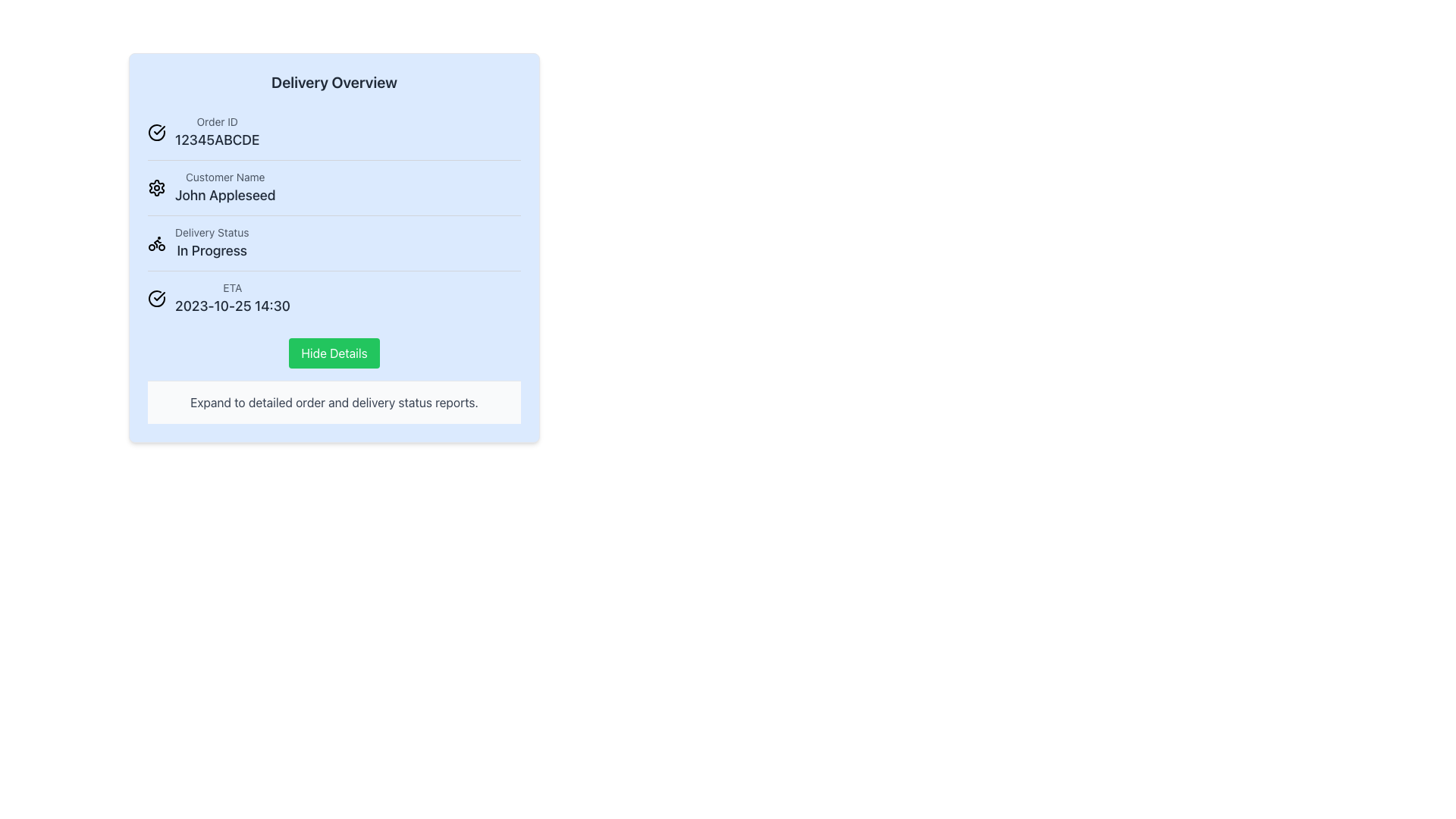 The image size is (1456, 819). What do you see at coordinates (232, 288) in the screenshot?
I see `the 'ETA' text label in the 'Delivery Overview' section` at bounding box center [232, 288].